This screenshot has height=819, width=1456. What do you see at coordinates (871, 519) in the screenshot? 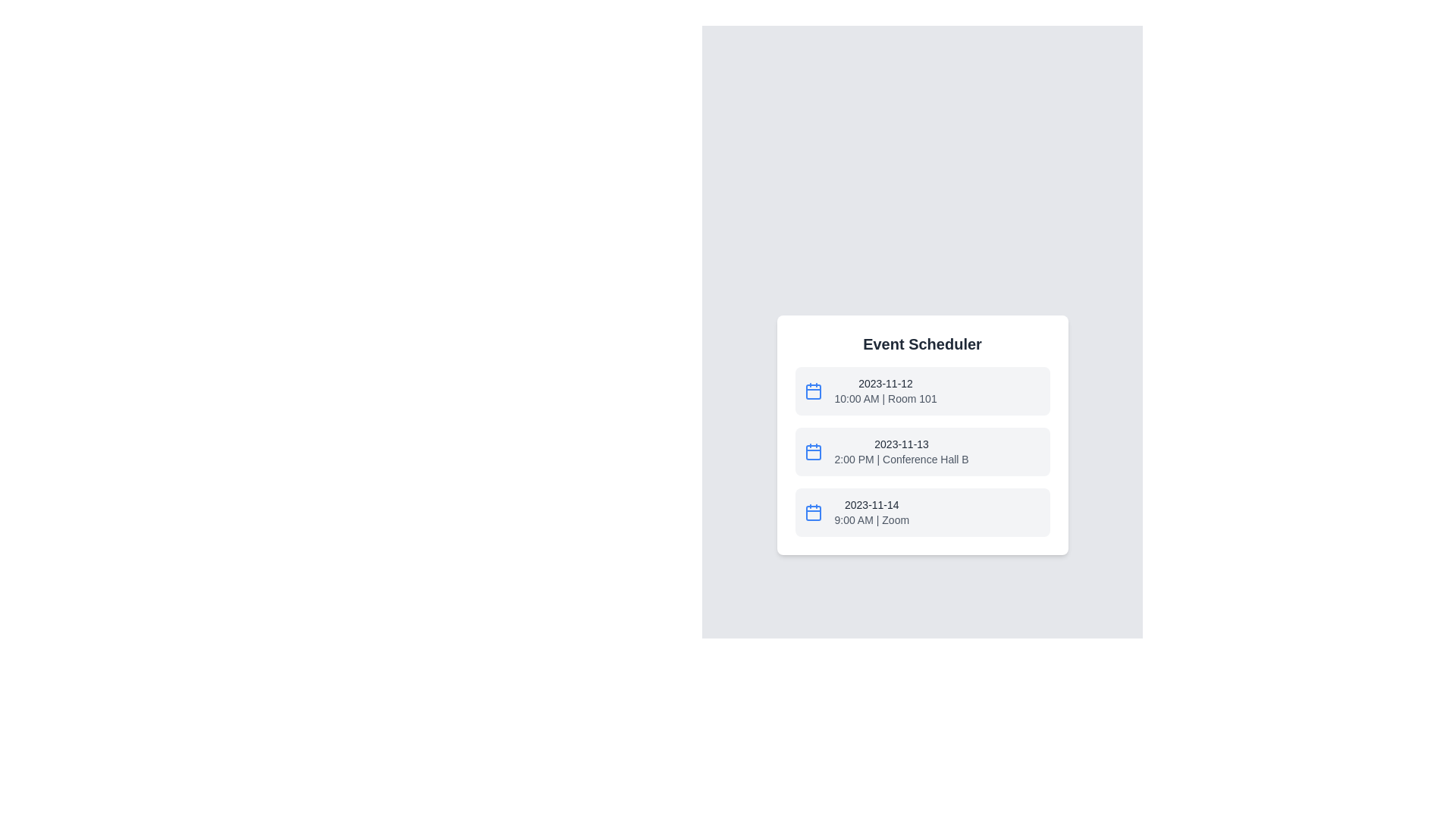
I see `text label displaying the time and location information for the event scheduled on '2023-11-14', located below the date in the third event item of the vertically arranged list` at bounding box center [871, 519].